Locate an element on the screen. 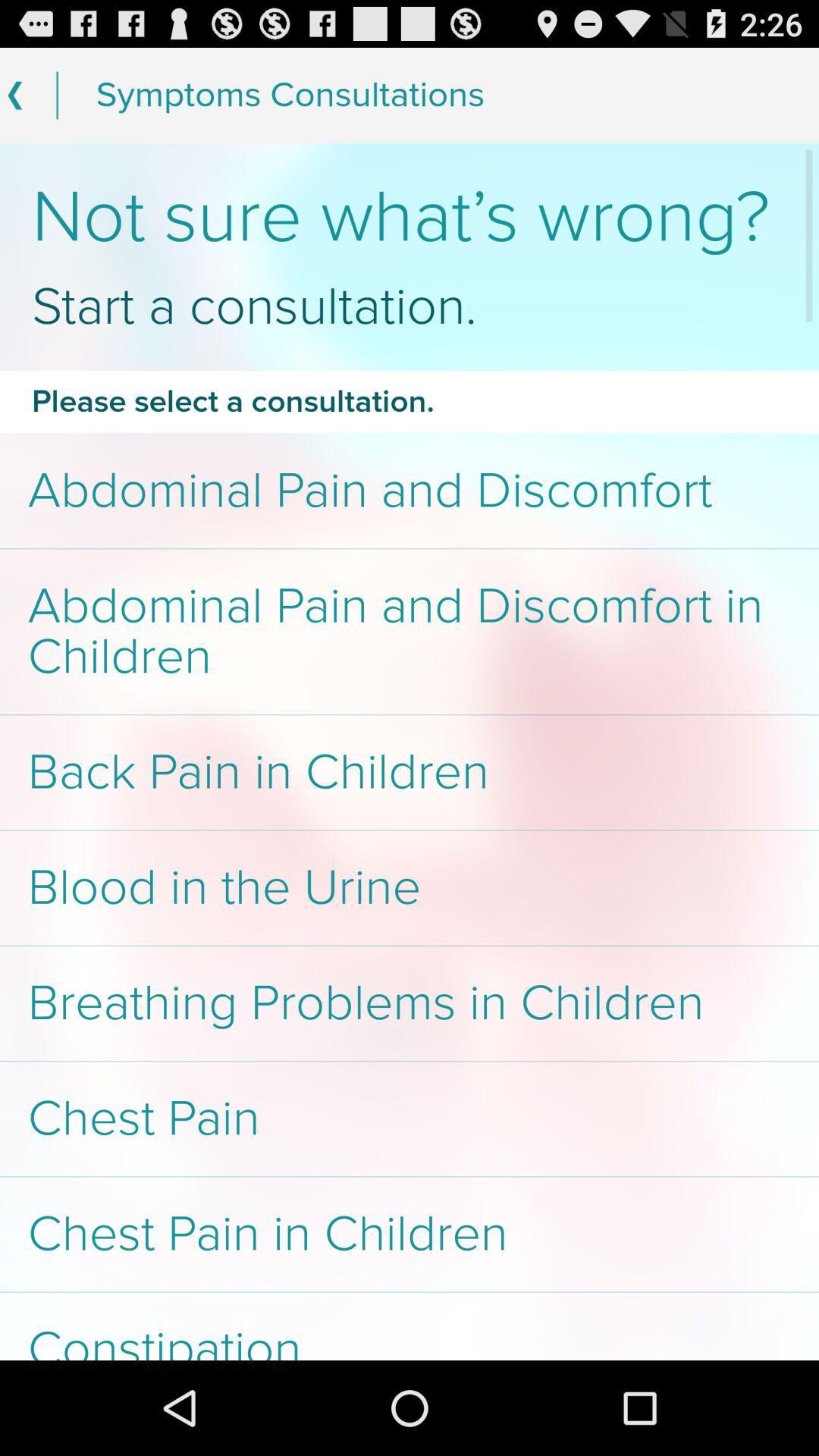  item above the abdominal pain and item is located at coordinates (409, 401).